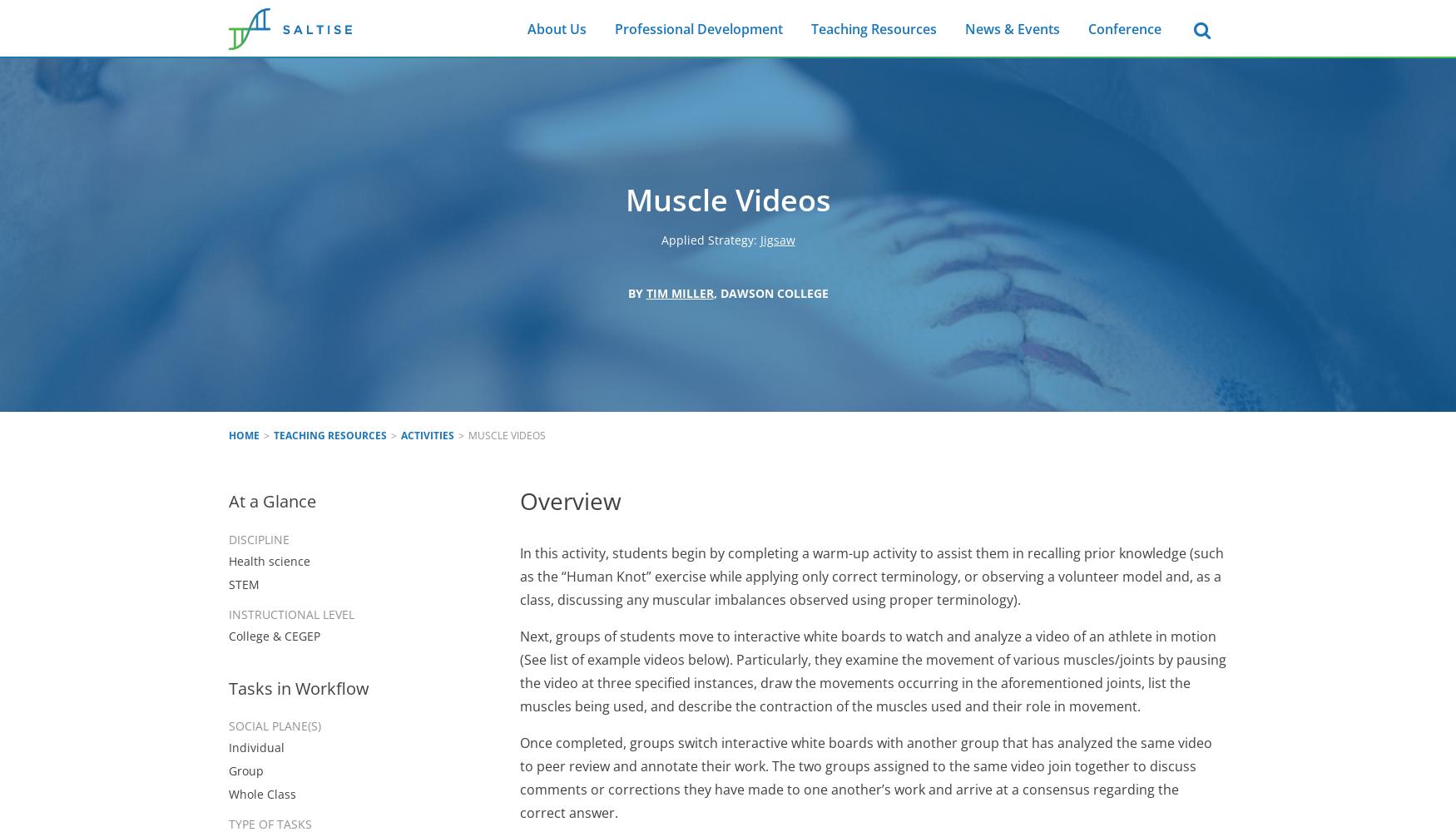  I want to click on 'Whole Class', so click(227, 792).